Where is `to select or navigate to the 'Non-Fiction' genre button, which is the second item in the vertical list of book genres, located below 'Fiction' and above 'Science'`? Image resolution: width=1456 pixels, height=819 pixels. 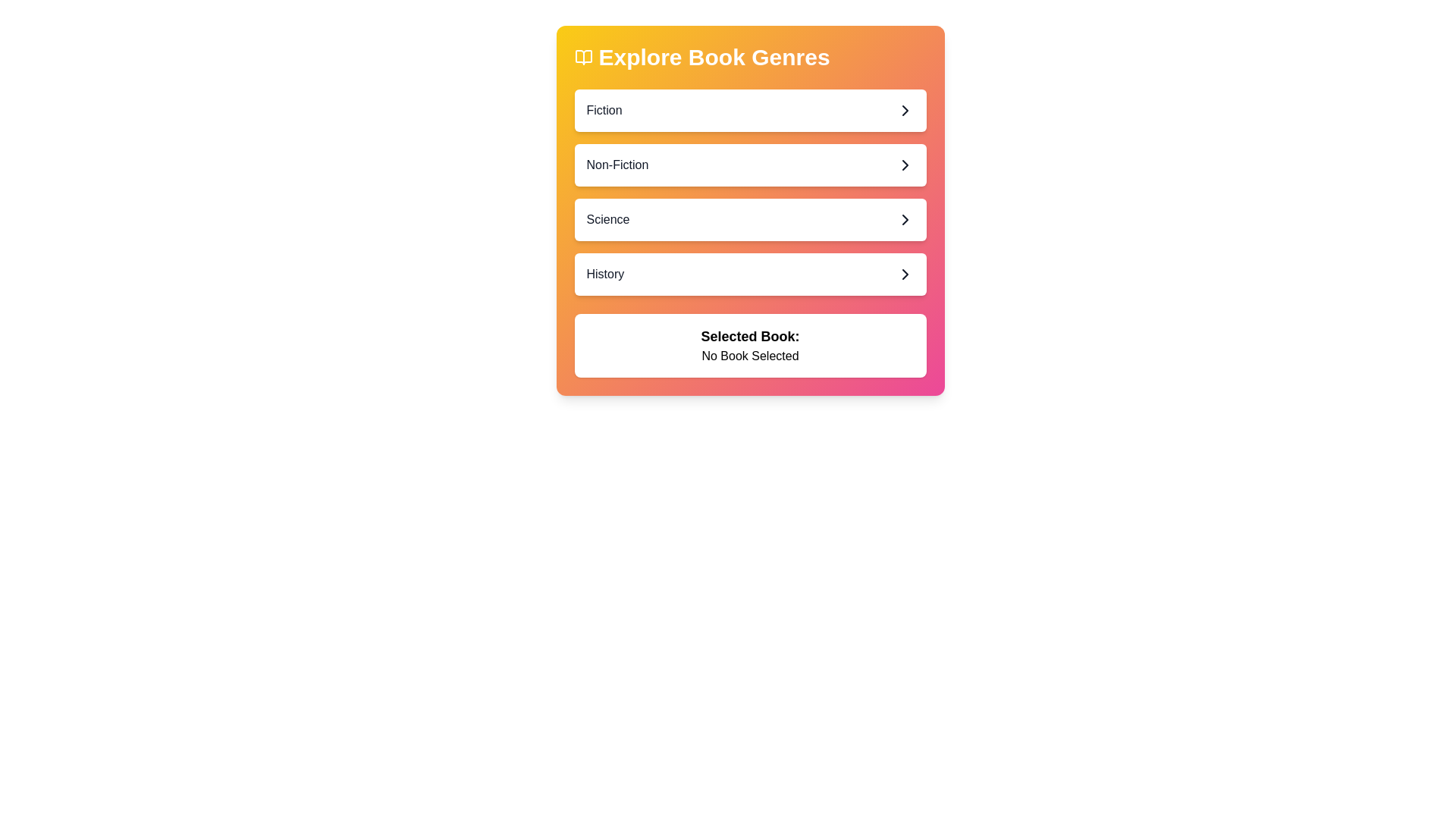 to select or navigate to the 'Non-Fiction' genre button, which is the second item in the vertical list of book genres, located below 'Fiction' and above 'Science' is located at coordinates (750, 165).